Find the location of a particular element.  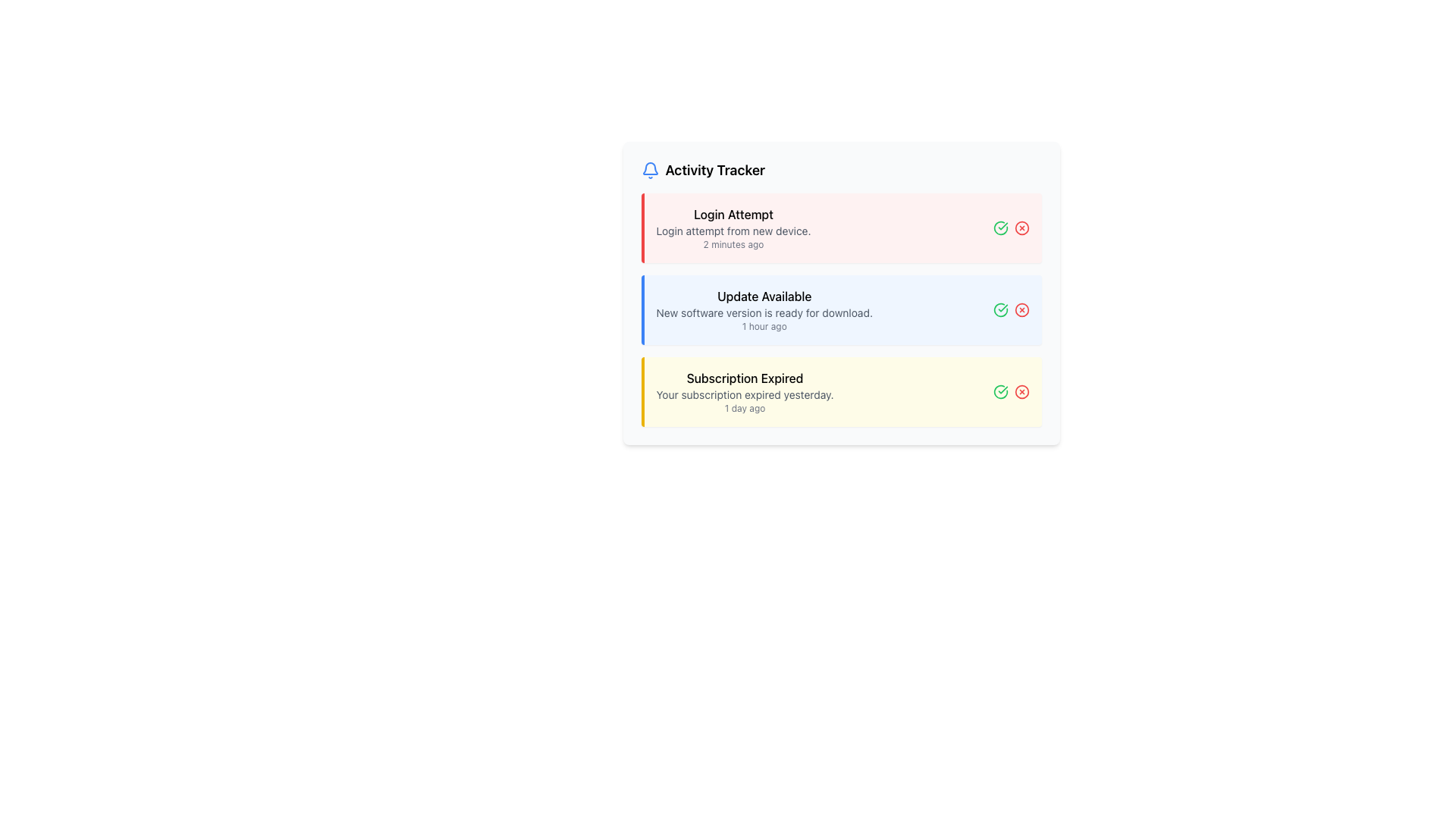

the circular section of the SVG icon that is part of the notification entry indicating 'Update Available' is located at coordinates (1000, 309).